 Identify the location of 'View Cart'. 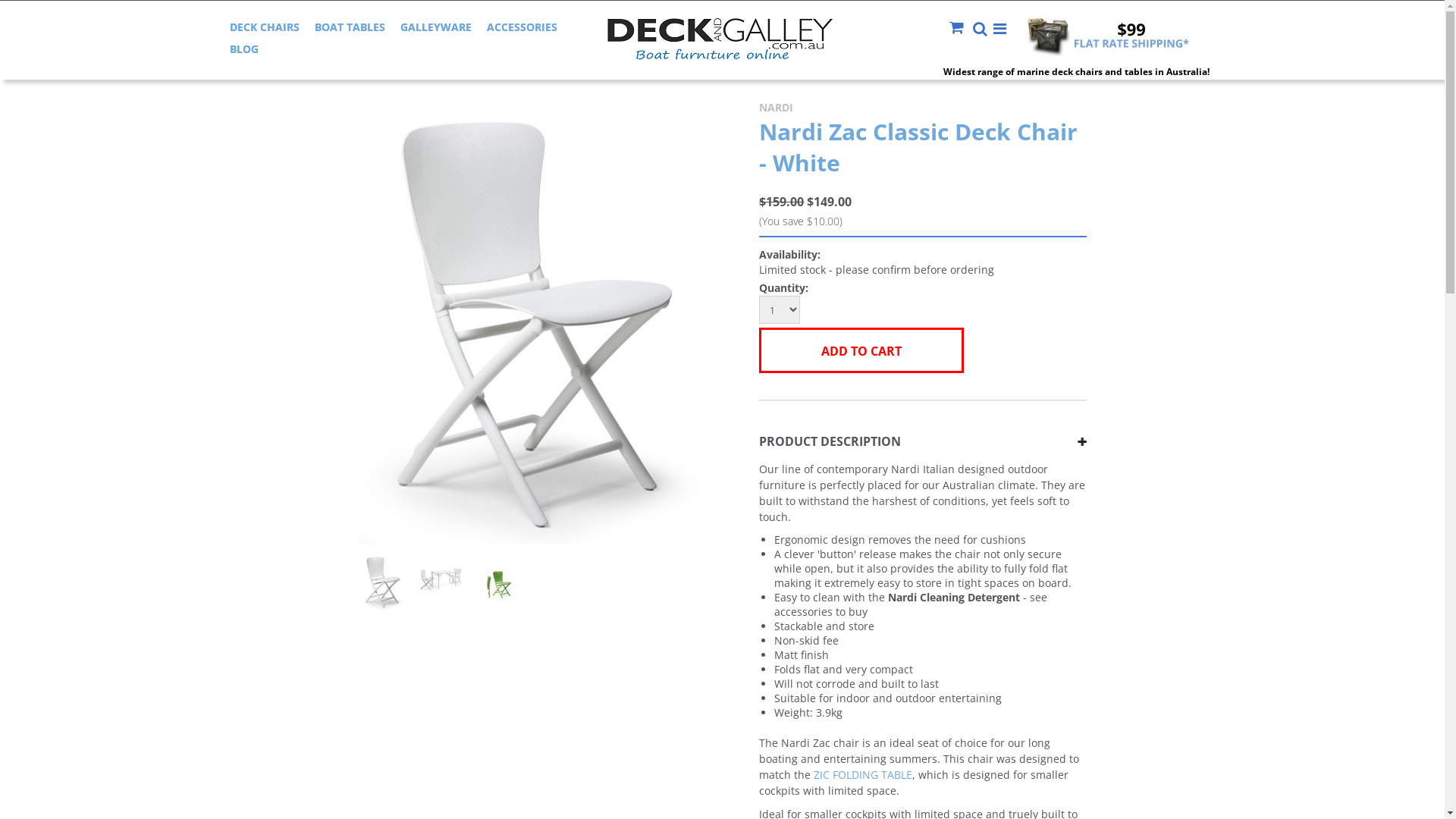
(957, 27).